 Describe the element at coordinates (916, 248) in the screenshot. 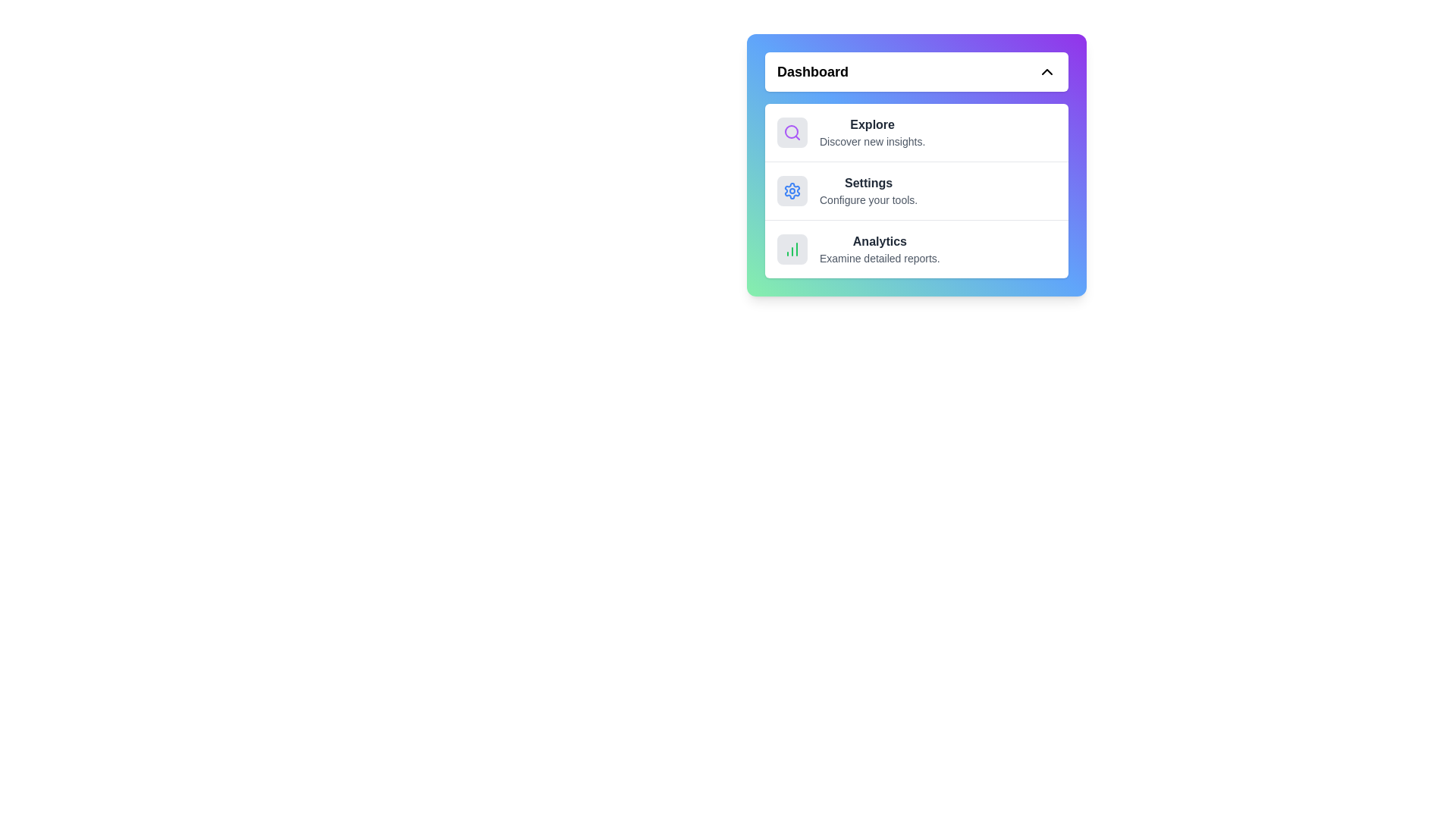

I see `the menu item corresponding to Analytics` at that location.